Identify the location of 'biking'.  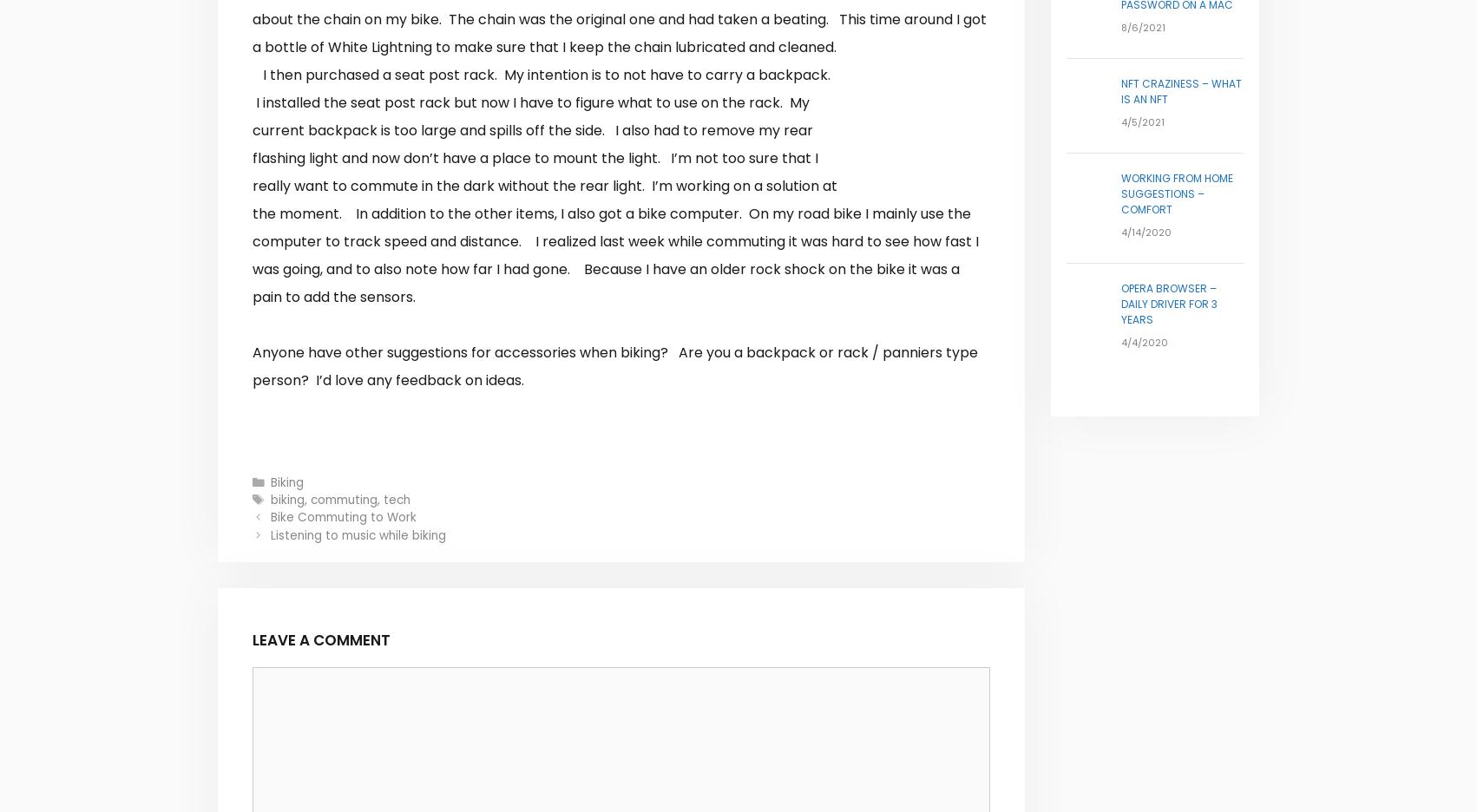
(287, 498).